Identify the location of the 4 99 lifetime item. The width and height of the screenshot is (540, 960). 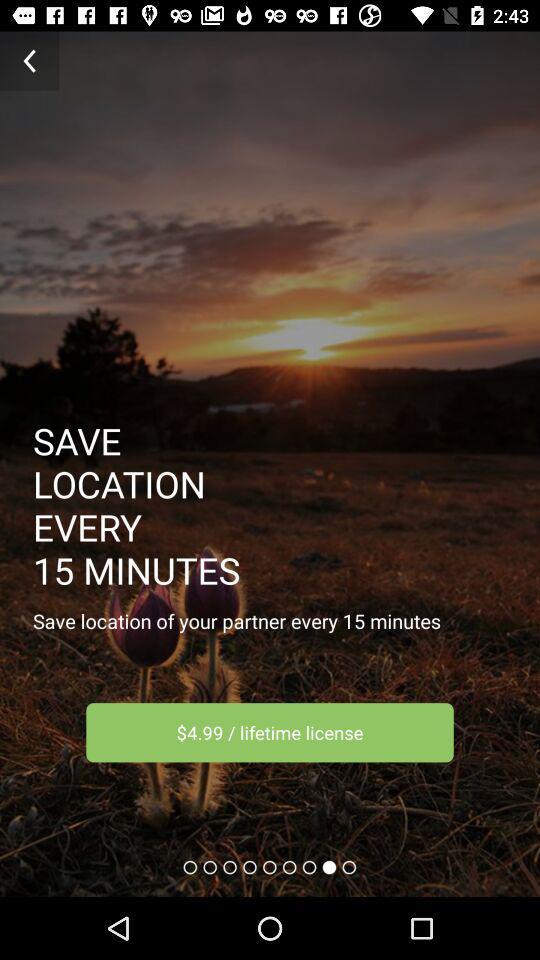
(270, 731).